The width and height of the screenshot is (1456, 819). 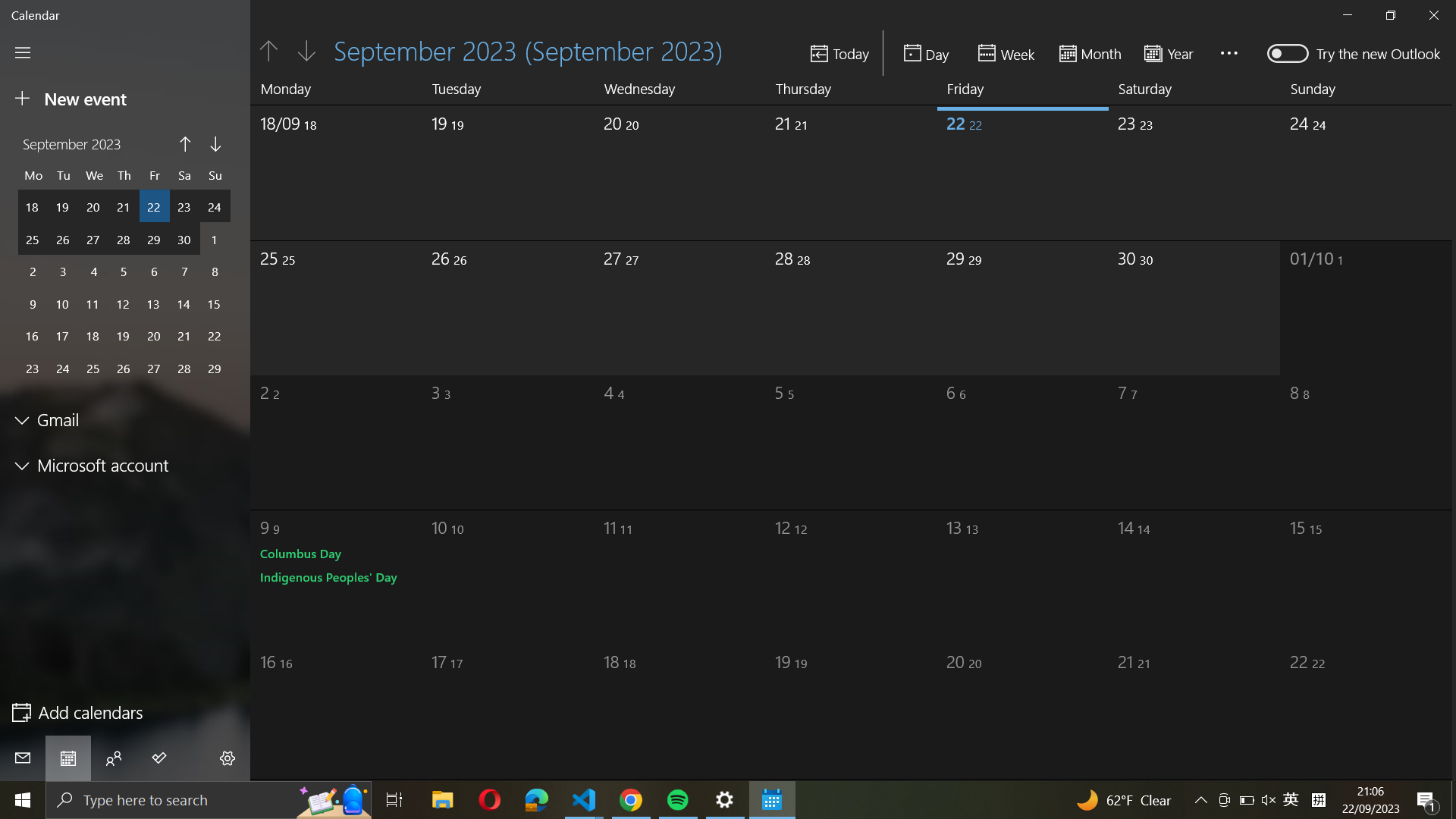 I want to click on Adjust the current view setting to "Year, so click(x=1173, y=52).